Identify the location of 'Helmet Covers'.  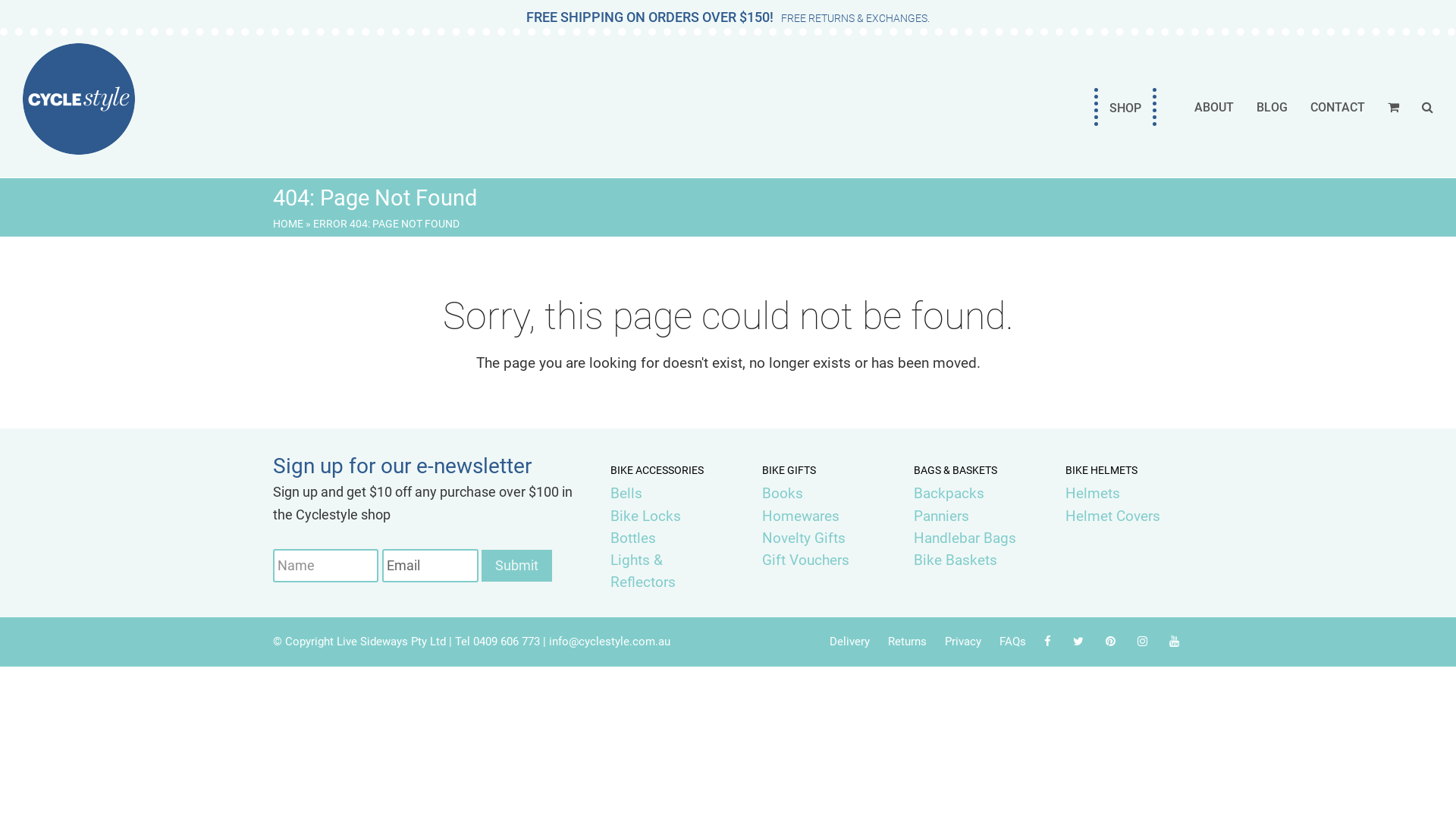
(1112, 515).